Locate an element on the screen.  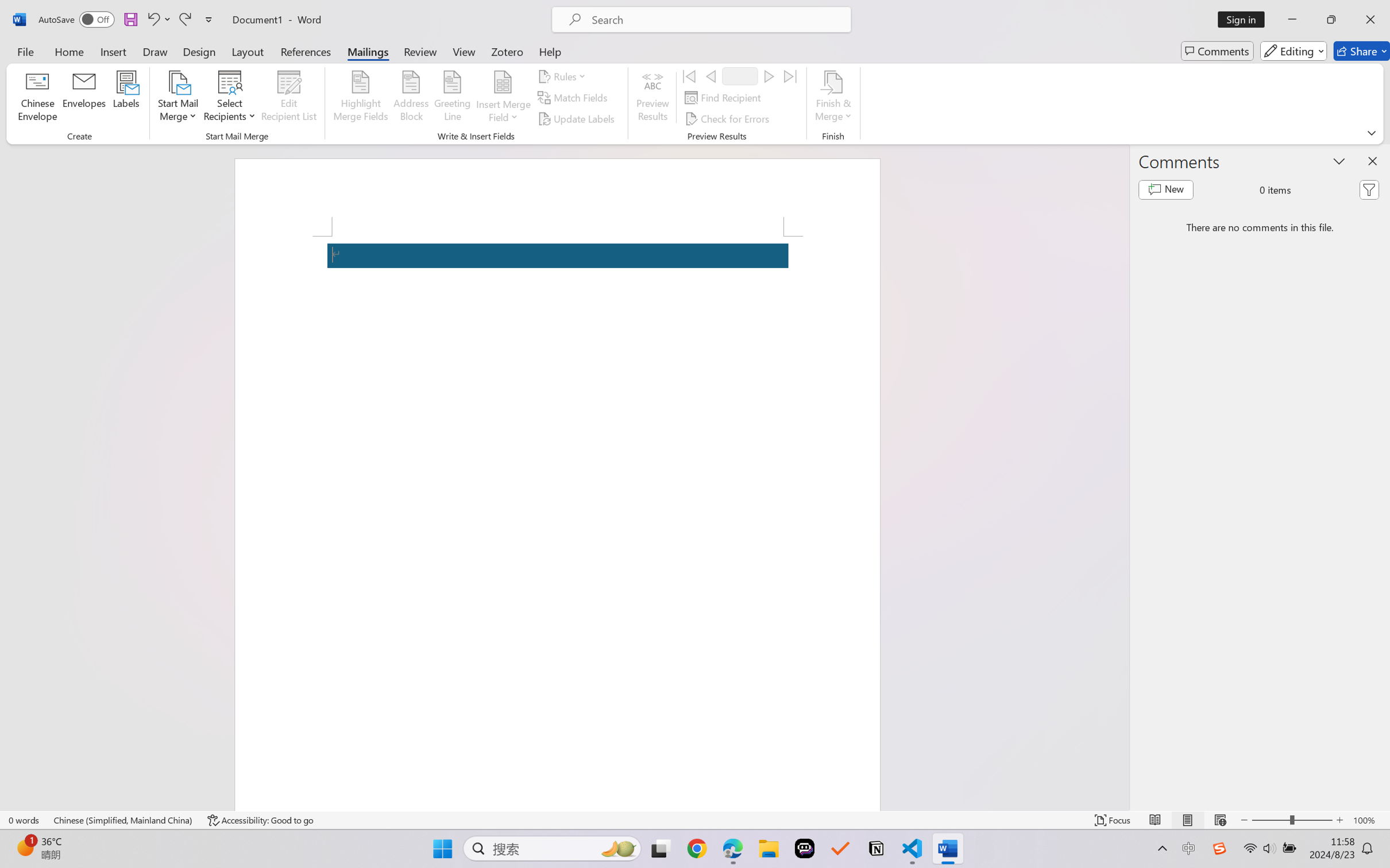
'Previous' is located at coordinates (710, 75).